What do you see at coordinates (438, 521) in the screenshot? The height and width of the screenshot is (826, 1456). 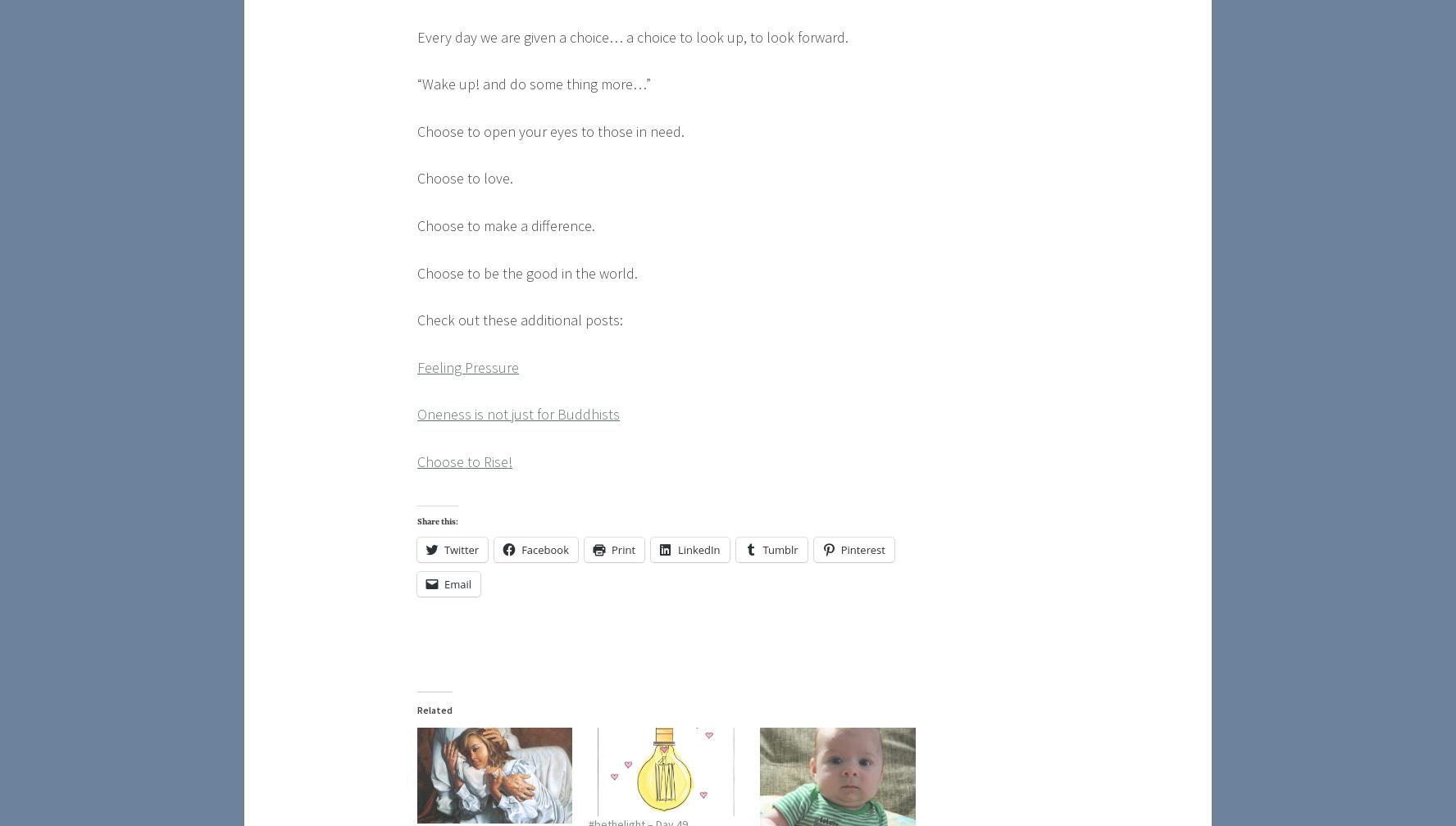 I see `'Share this:'` at bounding box center [438, 521].